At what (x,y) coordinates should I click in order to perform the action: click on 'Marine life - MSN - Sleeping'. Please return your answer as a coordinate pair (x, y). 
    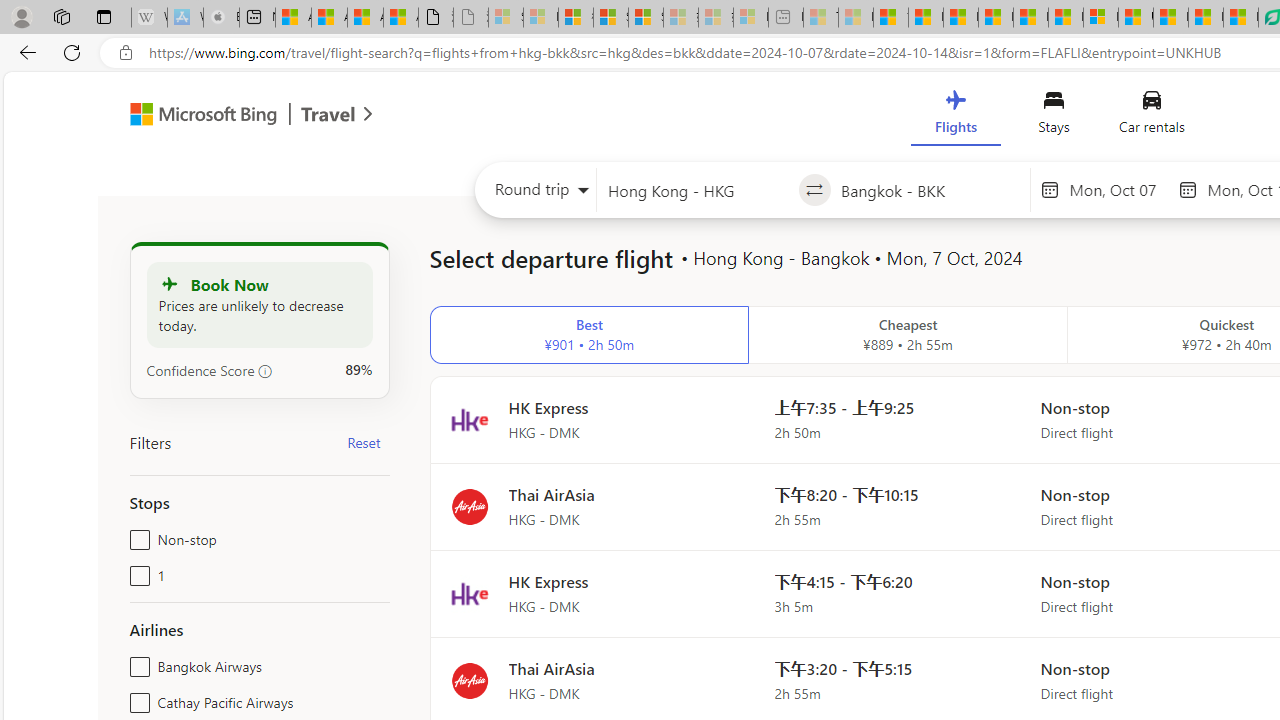
    Looking at the image, I should click on (855, 17).